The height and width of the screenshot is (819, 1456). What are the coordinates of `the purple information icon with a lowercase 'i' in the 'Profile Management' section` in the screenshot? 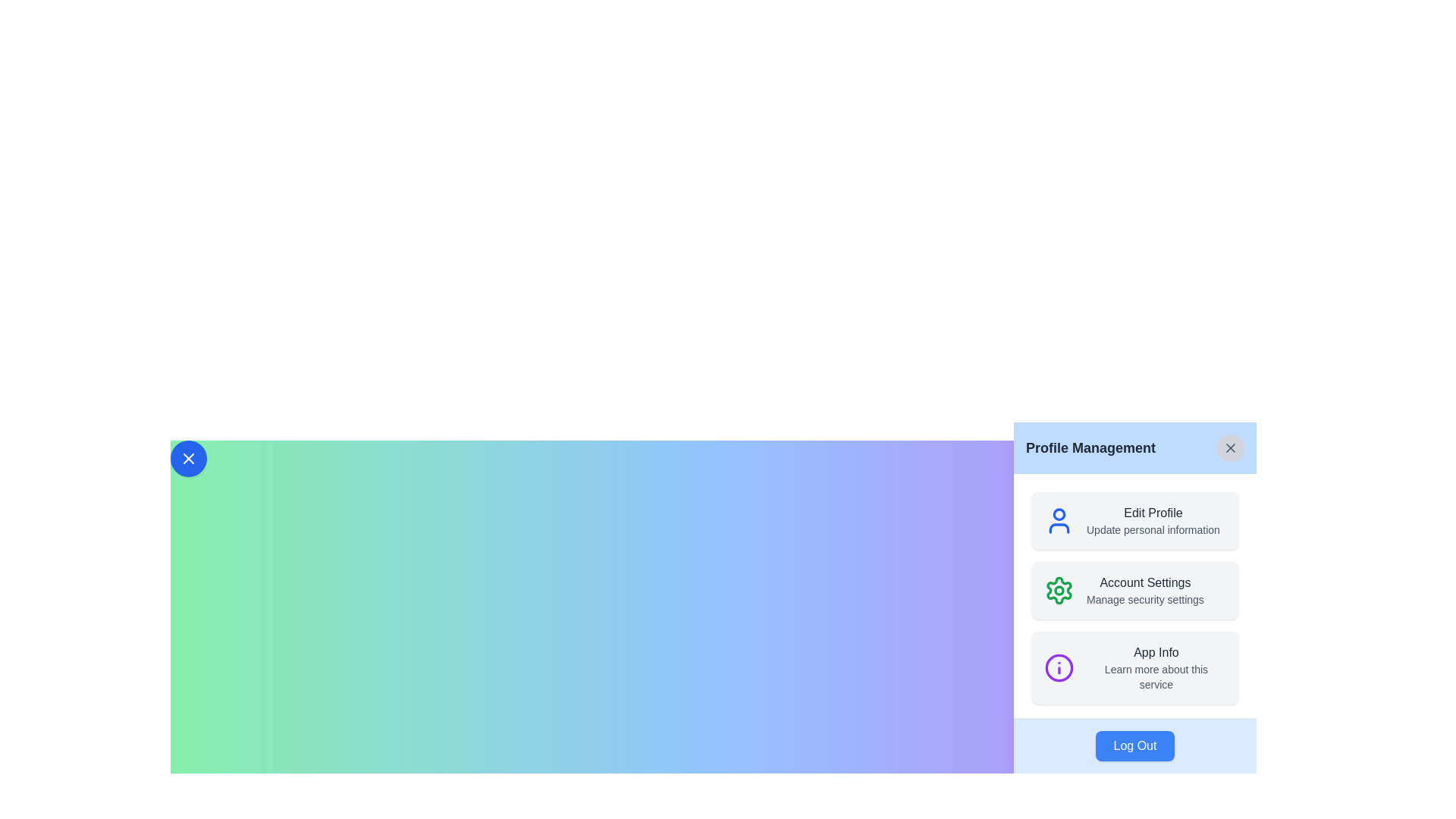 It's located at (1058, 667).